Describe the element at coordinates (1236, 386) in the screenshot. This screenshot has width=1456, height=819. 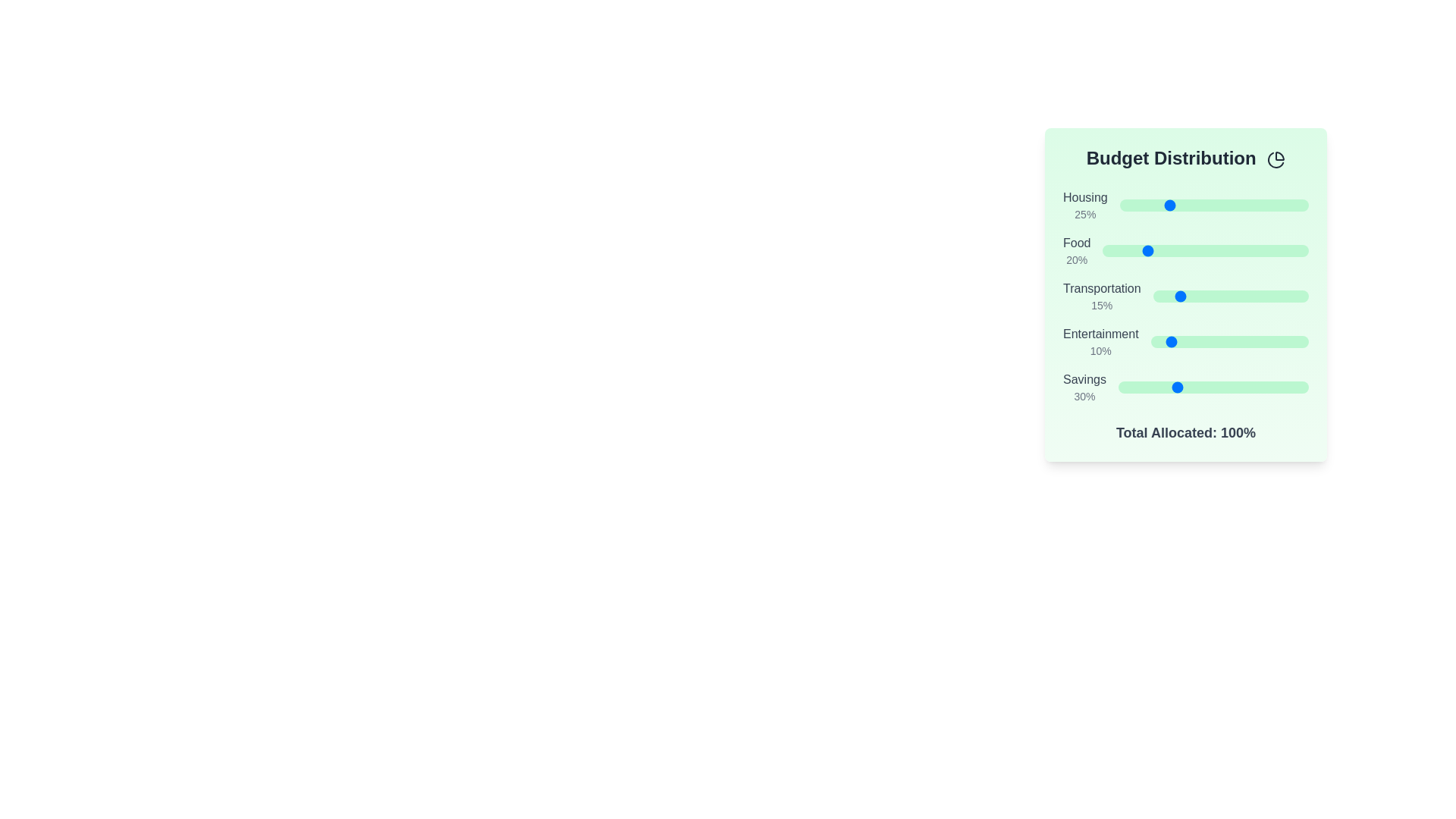
I see `the 'Savings' slider to set its value to 62%` at that location.